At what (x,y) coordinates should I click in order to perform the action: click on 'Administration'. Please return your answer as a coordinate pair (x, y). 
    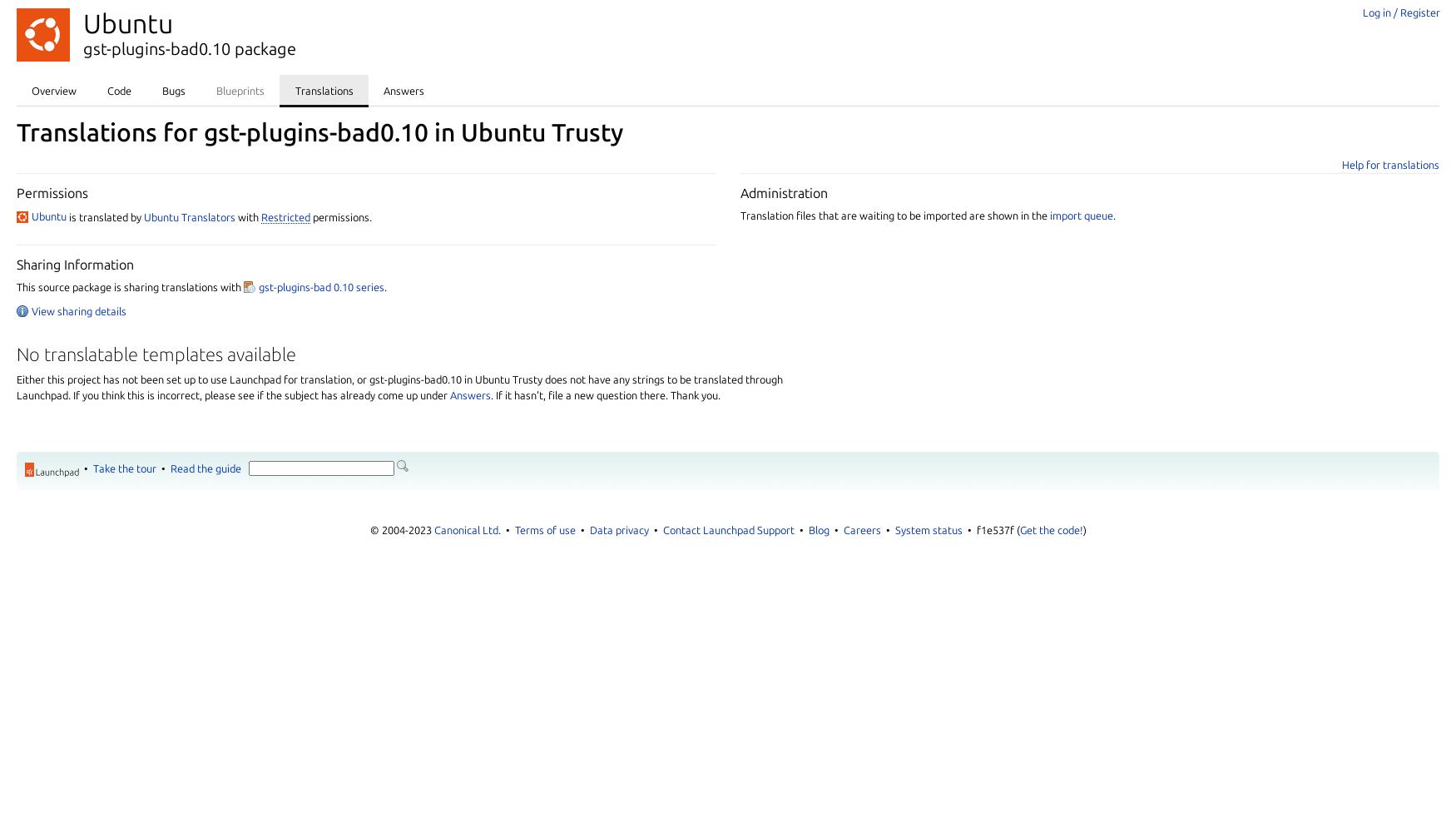
    Looking at the image, I should click on (784, 191).